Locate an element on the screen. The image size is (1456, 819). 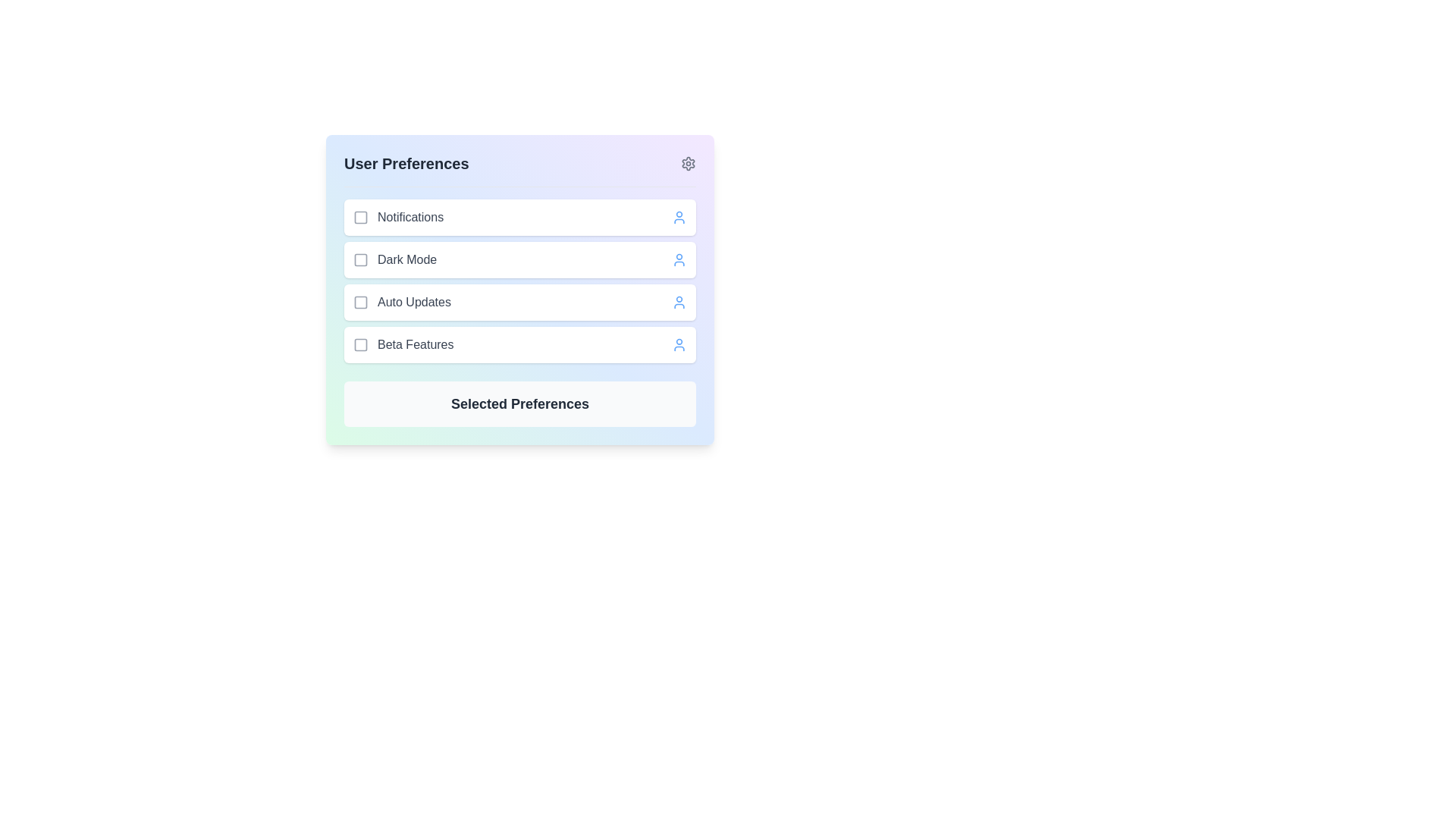
the checkbox is located at coordinates (359, 302).